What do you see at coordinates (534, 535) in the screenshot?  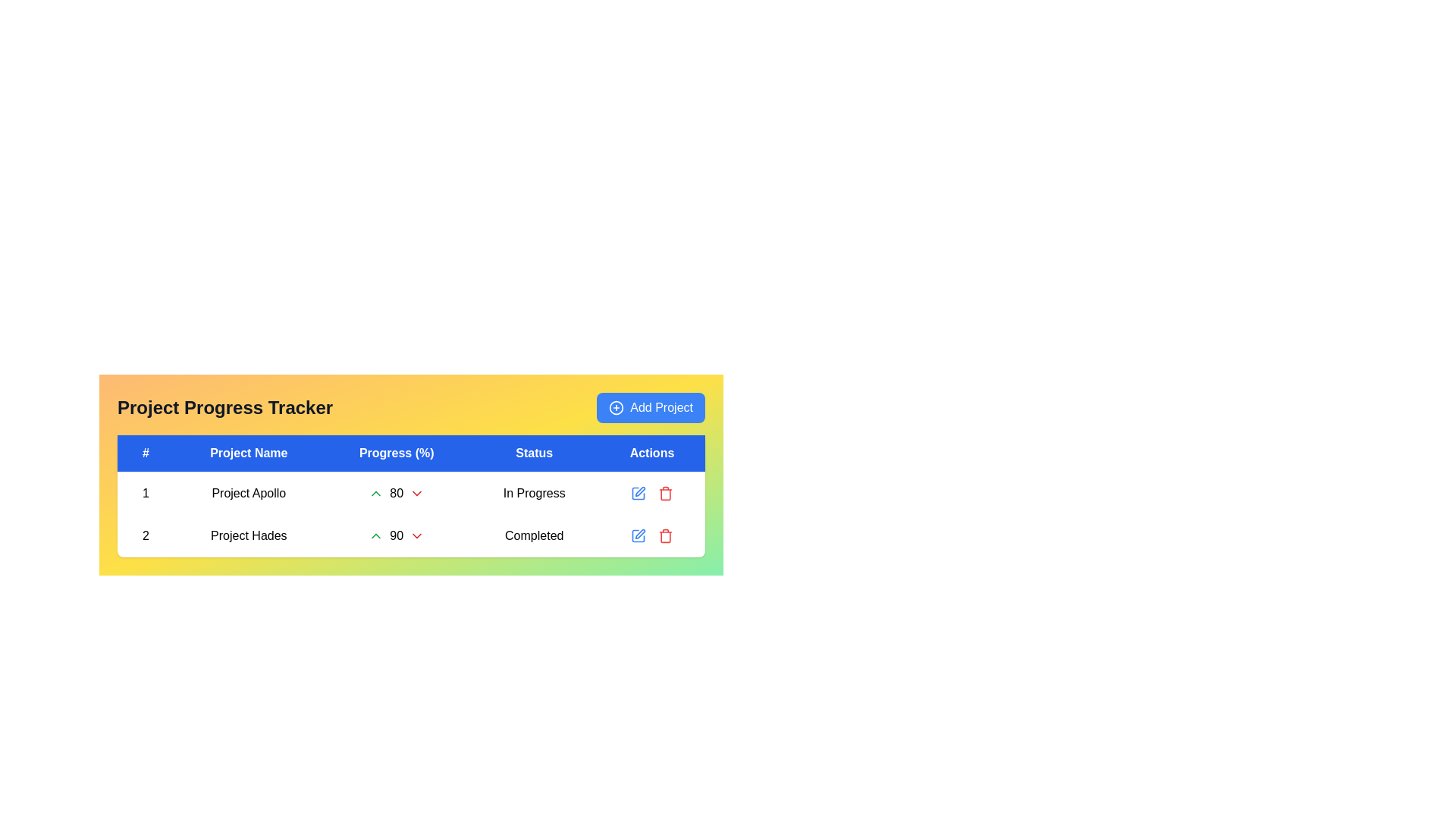 I see `the static text label displaying 'Completed' in black font, located in the last column of the second row of the 'Project Progress Tracker' table` at bounding box center [534, 535].